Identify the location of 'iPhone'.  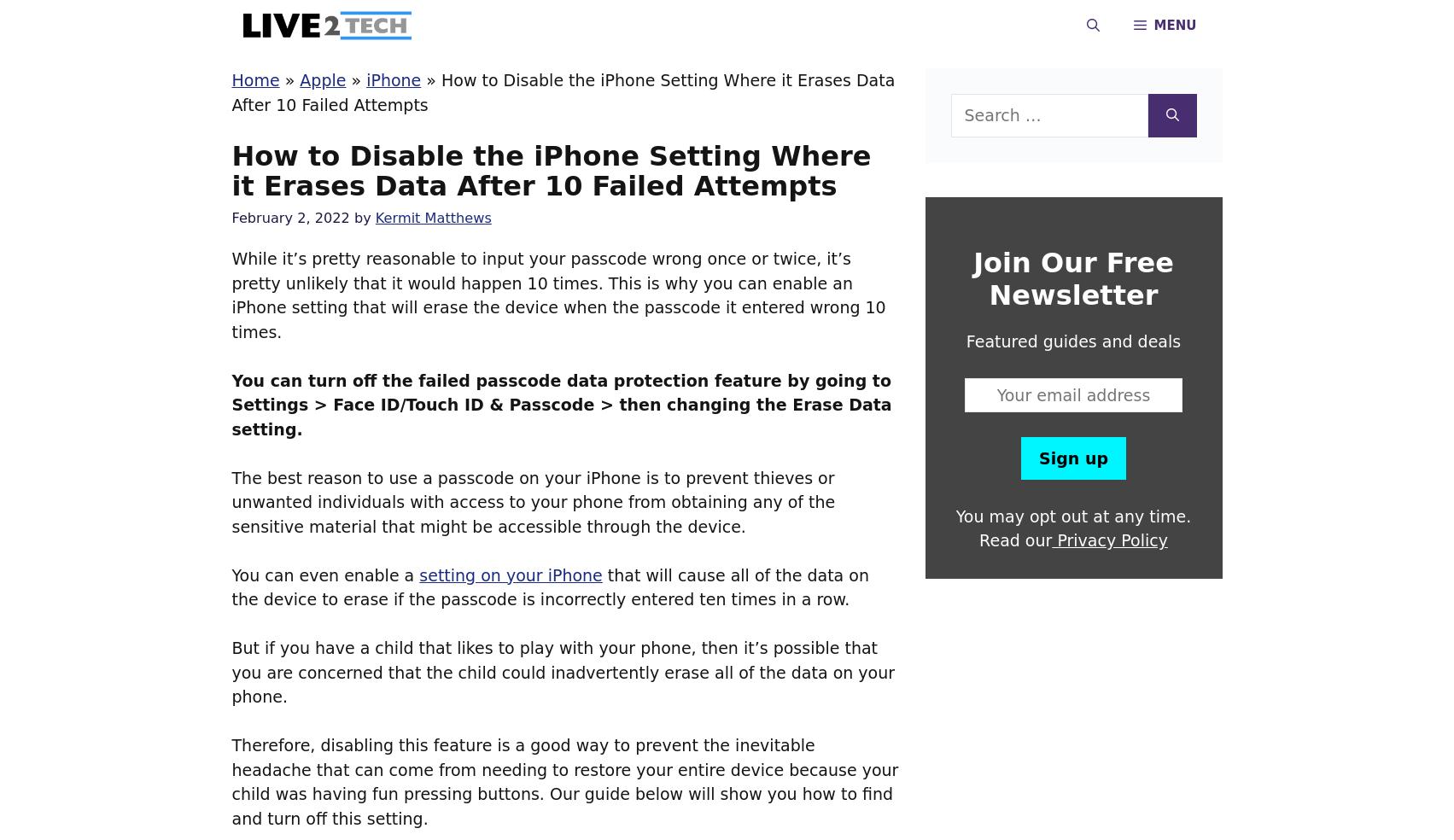
(394, 79).